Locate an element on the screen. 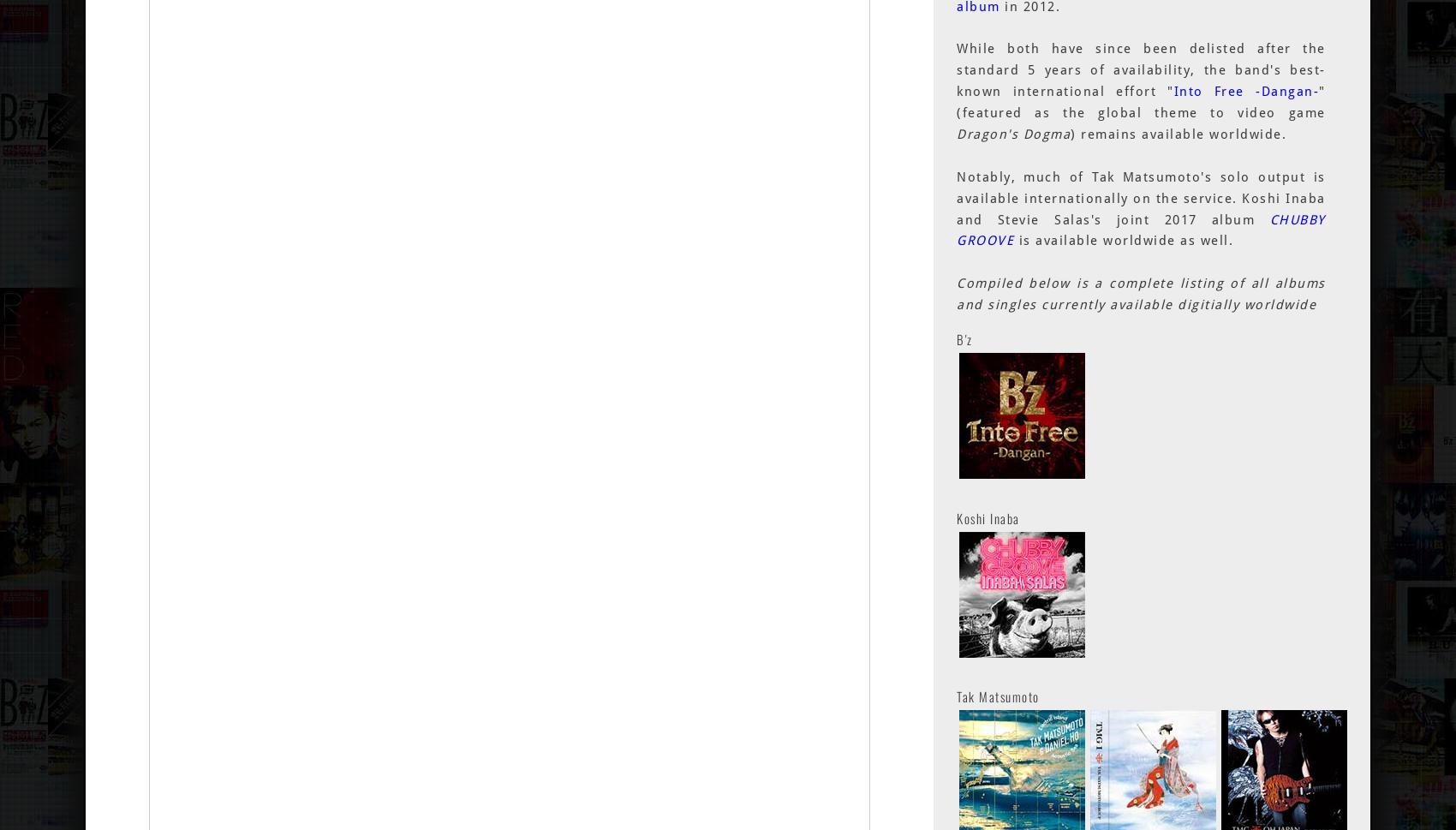 The image size is (1456, 830). '" (featured as the global theme to video game' is located at coordinates (1140, 102).